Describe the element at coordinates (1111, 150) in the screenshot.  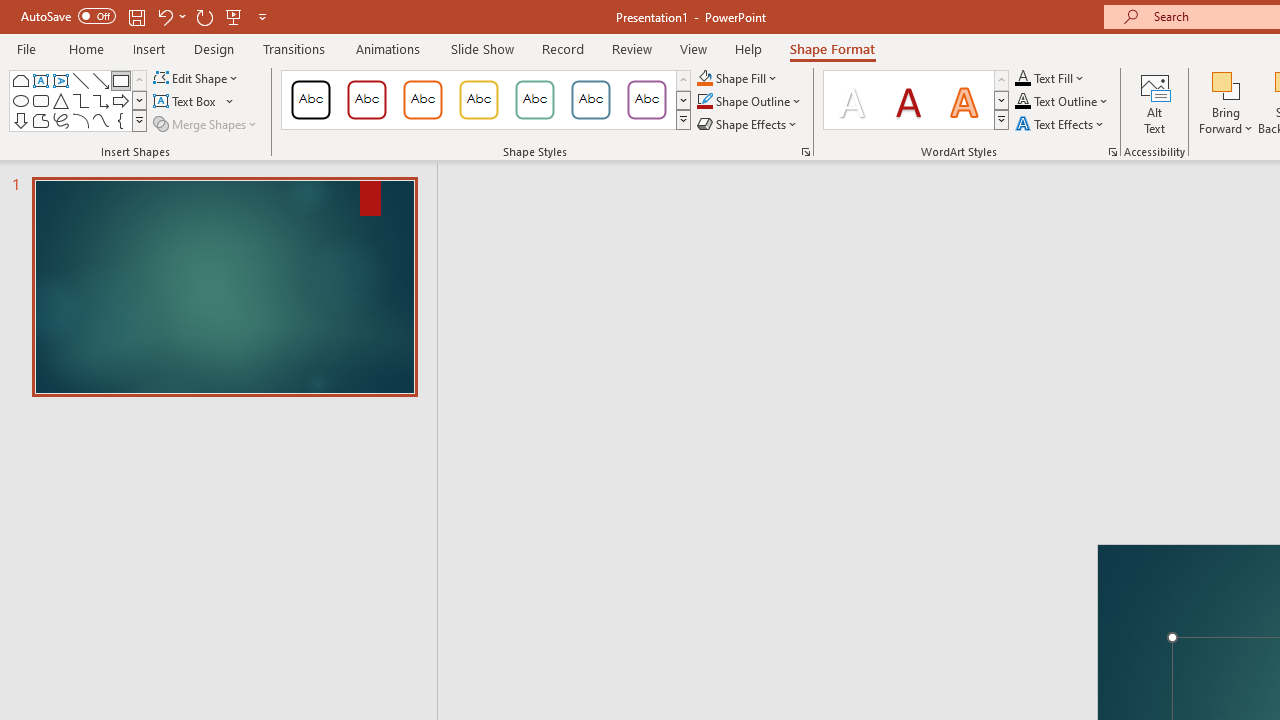
I see `'Format Text Effects...'` at that location.